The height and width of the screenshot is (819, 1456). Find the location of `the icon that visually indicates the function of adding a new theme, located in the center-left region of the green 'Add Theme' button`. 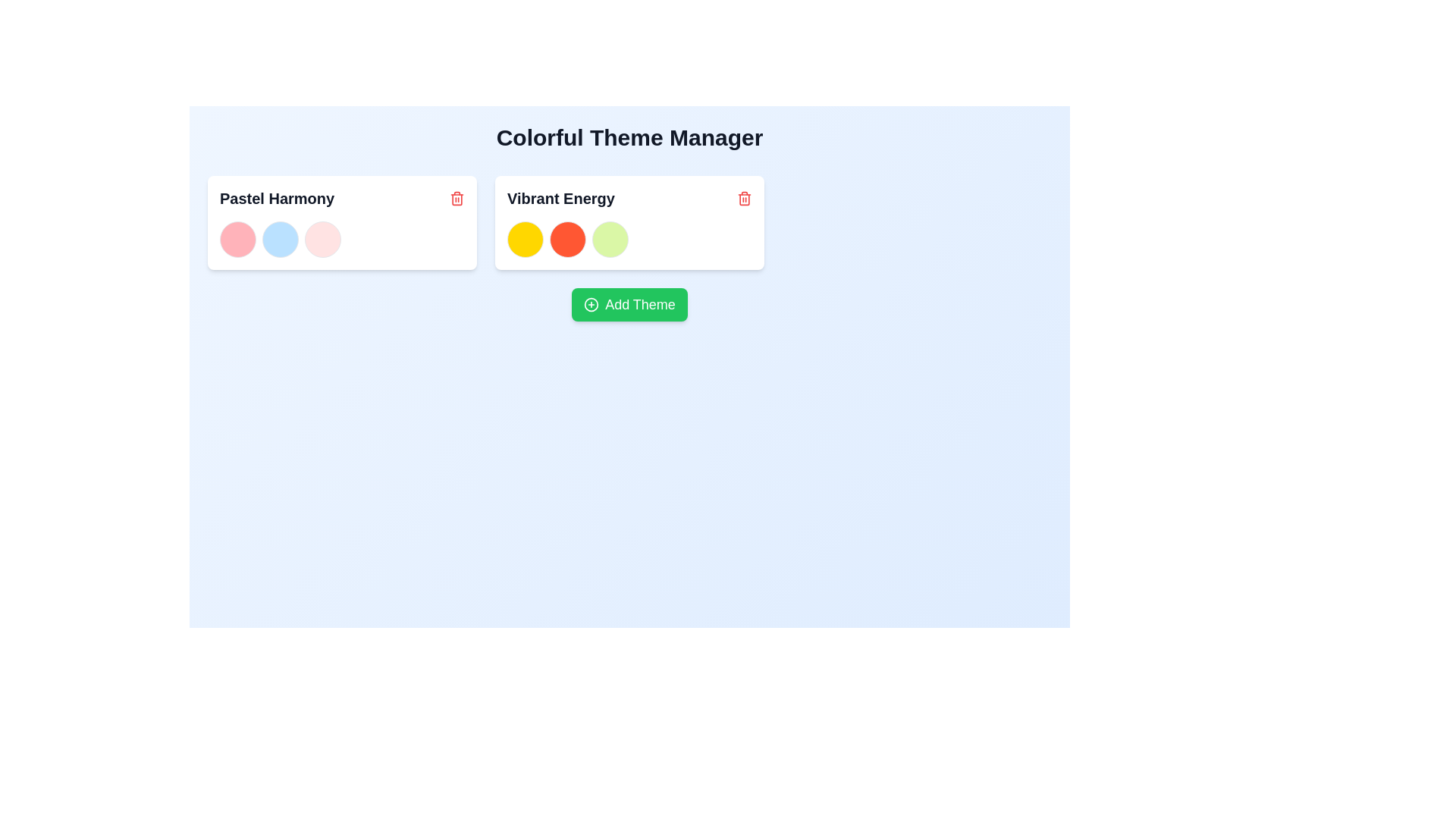

the icon that visually indicates the function of adding a new theme, located in the center-left region of the green 'Add Theme' button is located at coordinates (591, 304).